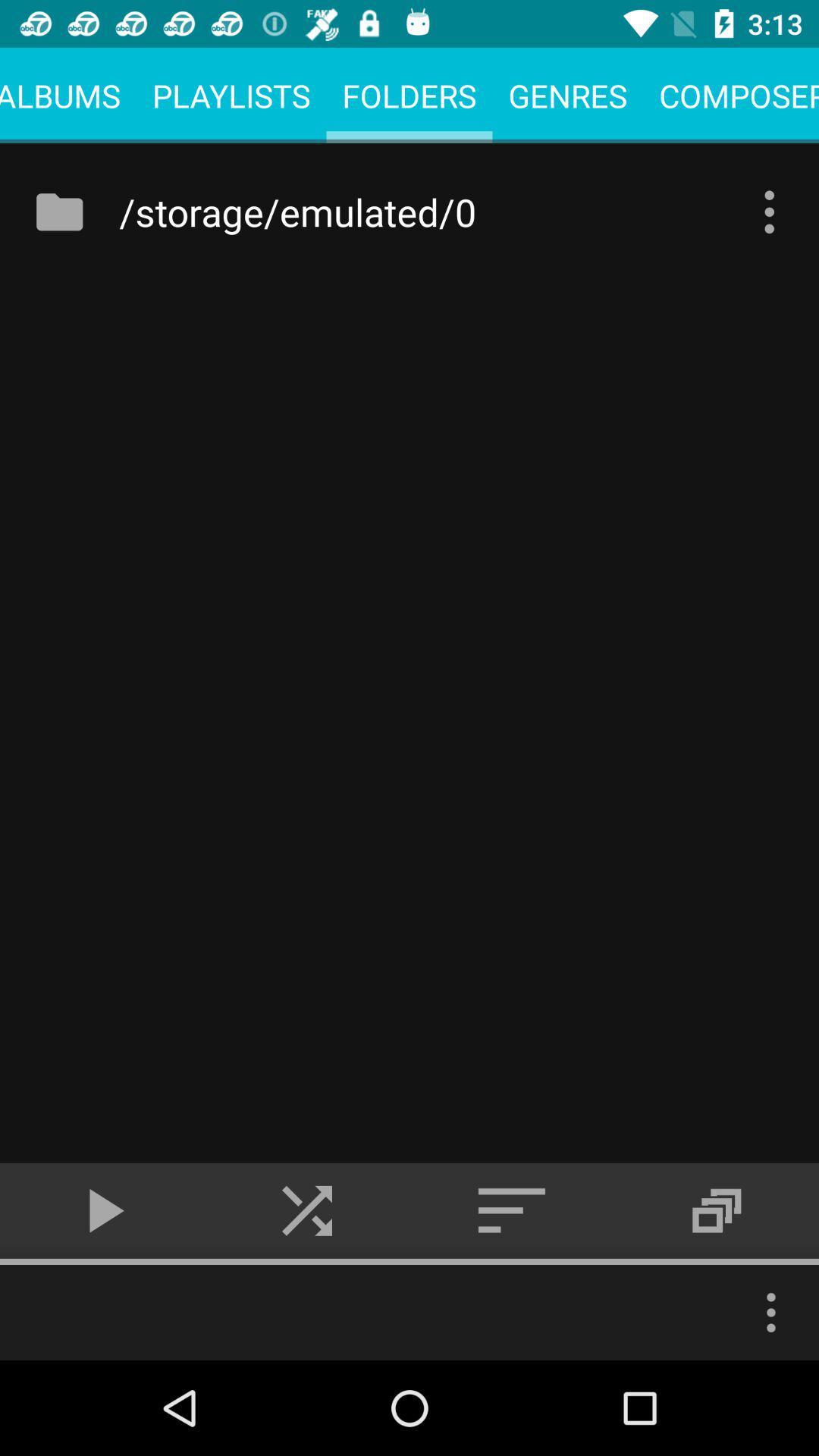  Describe the element at coordinates (307, 1210) in the screenshot. I see `the skip_next icon` at that location.